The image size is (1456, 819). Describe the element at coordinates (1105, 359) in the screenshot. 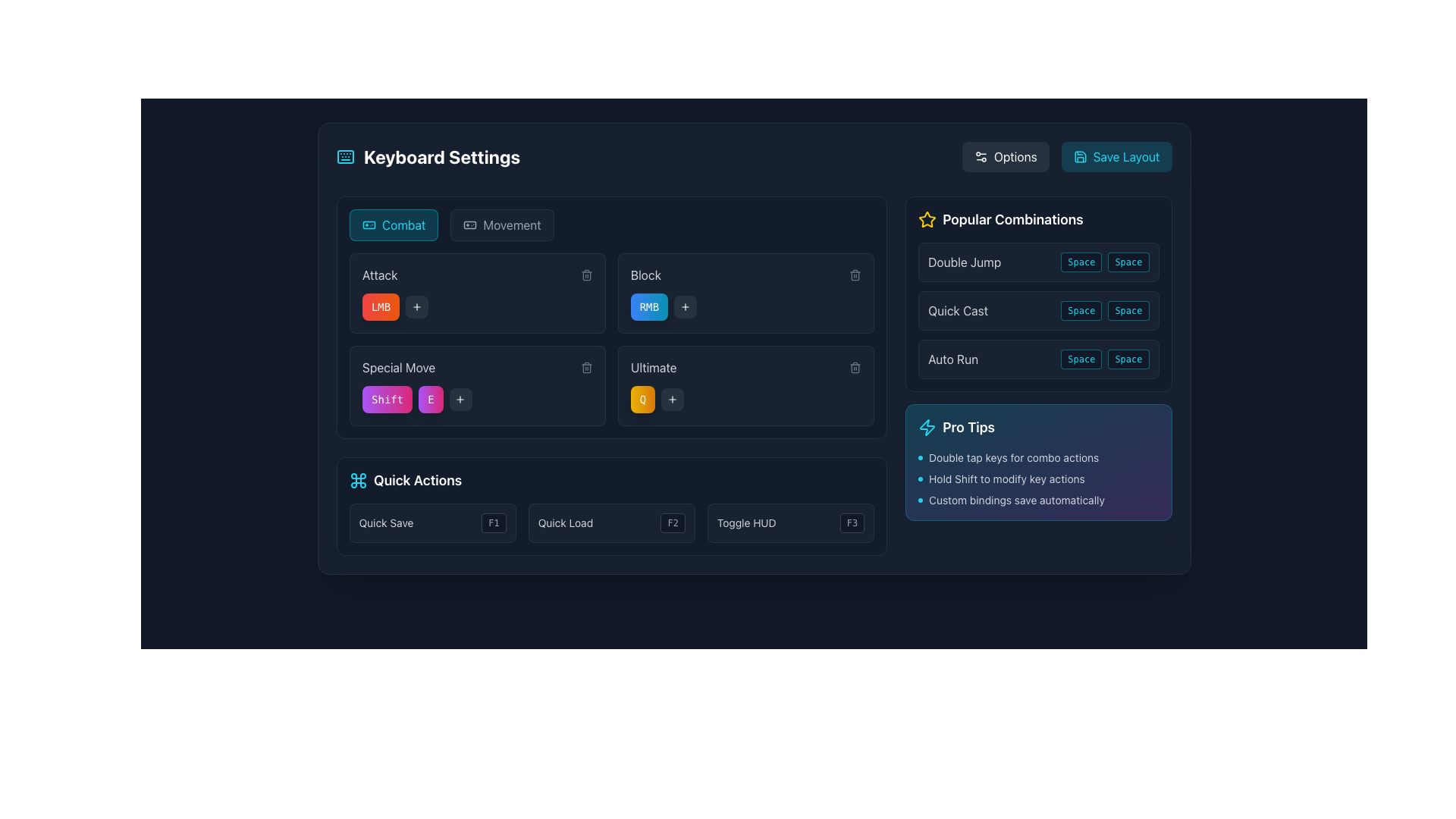

I see `each 'Space' button in the Button group under the 'Auto Run' label` at that location.